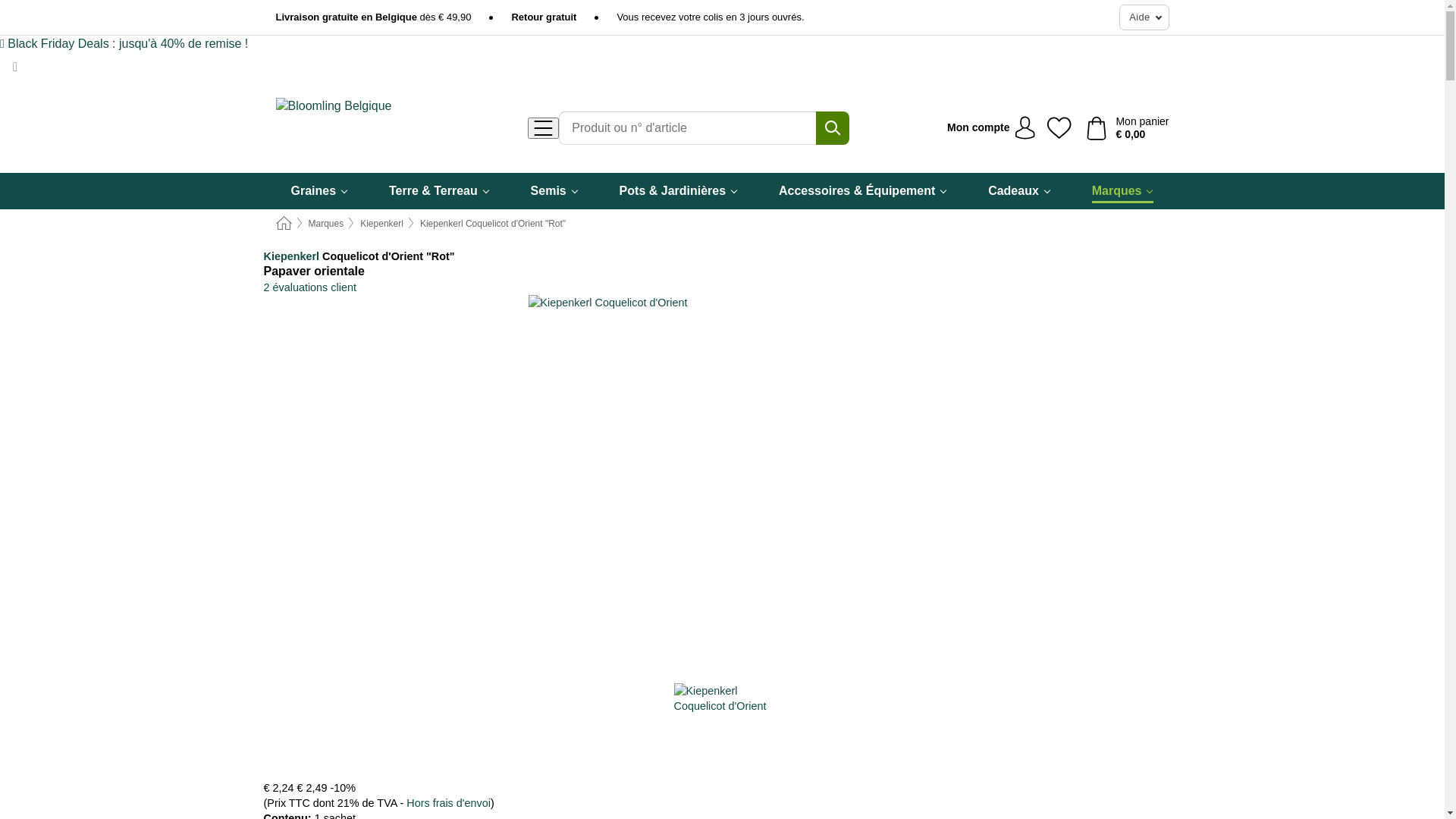 The height and width of the screenshot is (819, 1456). Describe the element at coordinates (990, 127) in the screenshot. I see `'Mon compte'` at that location.